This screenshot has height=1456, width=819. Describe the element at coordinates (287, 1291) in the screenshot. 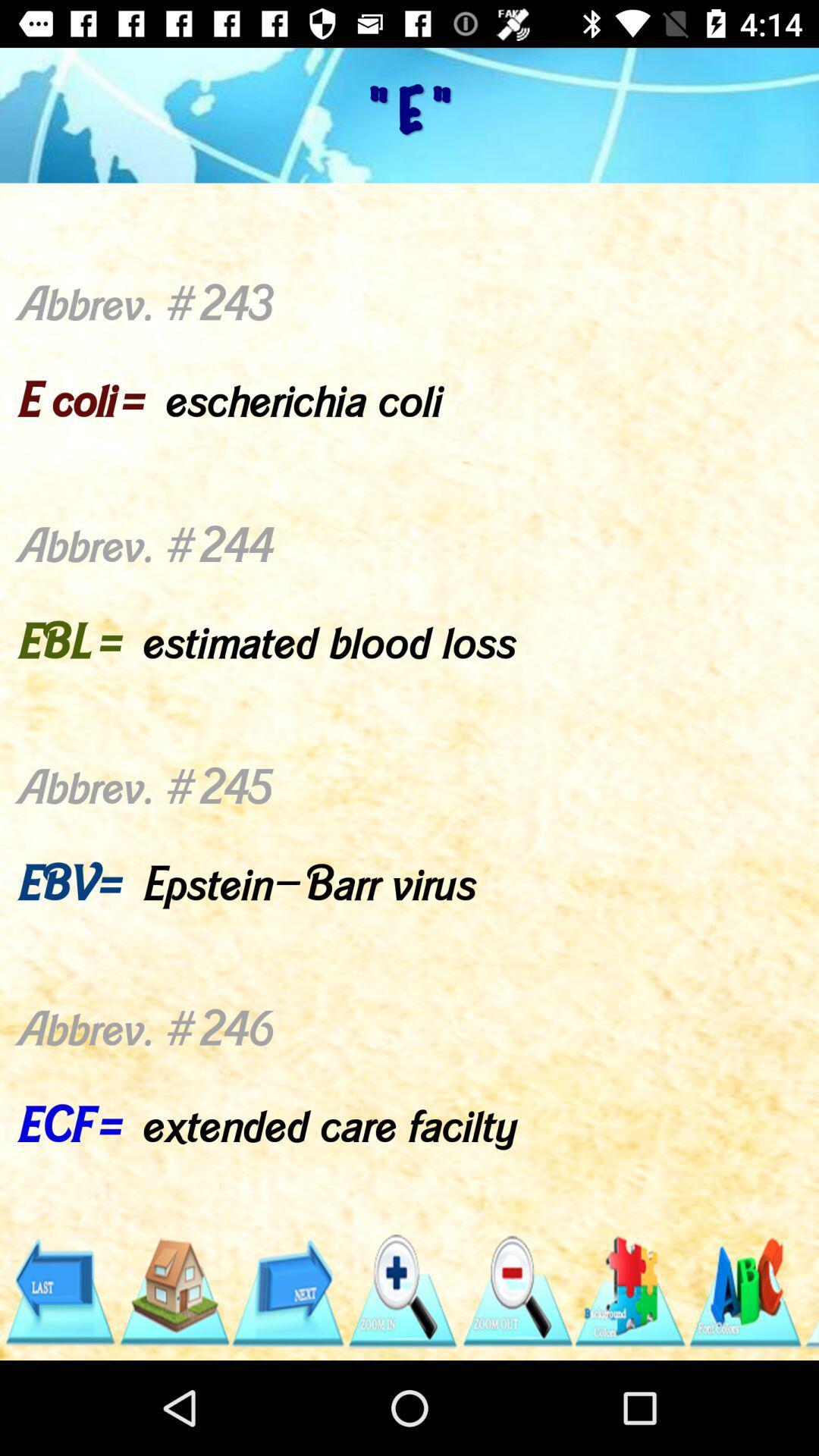

I see `go forward` at that location.